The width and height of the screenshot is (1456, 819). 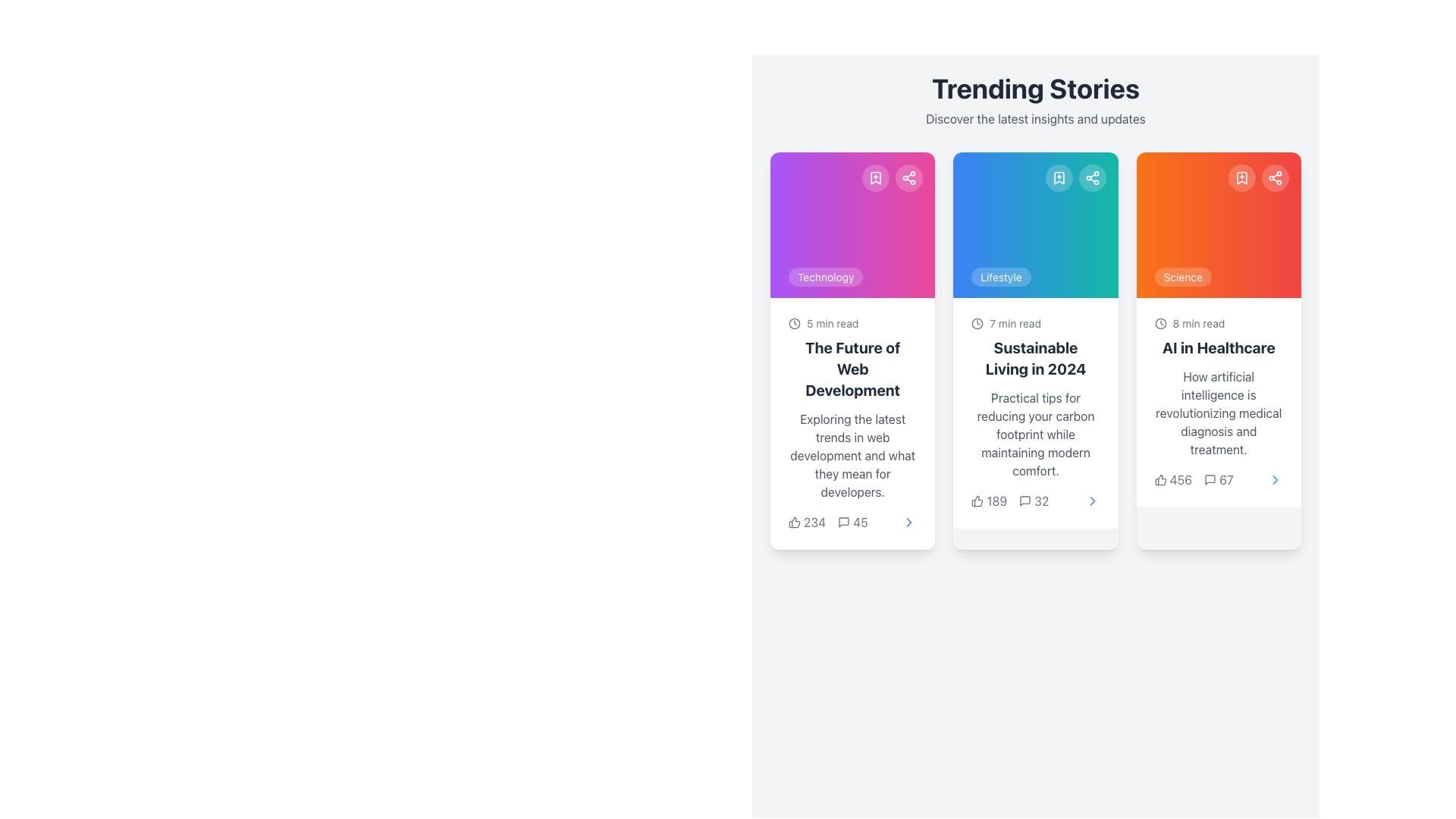 What do you see at coordinates (1210, 479) in the screenshot?
I see `the comment icon located in the bottom-right corner of the 'AI in Healthcare' card` at bounding box center [1210, 479].